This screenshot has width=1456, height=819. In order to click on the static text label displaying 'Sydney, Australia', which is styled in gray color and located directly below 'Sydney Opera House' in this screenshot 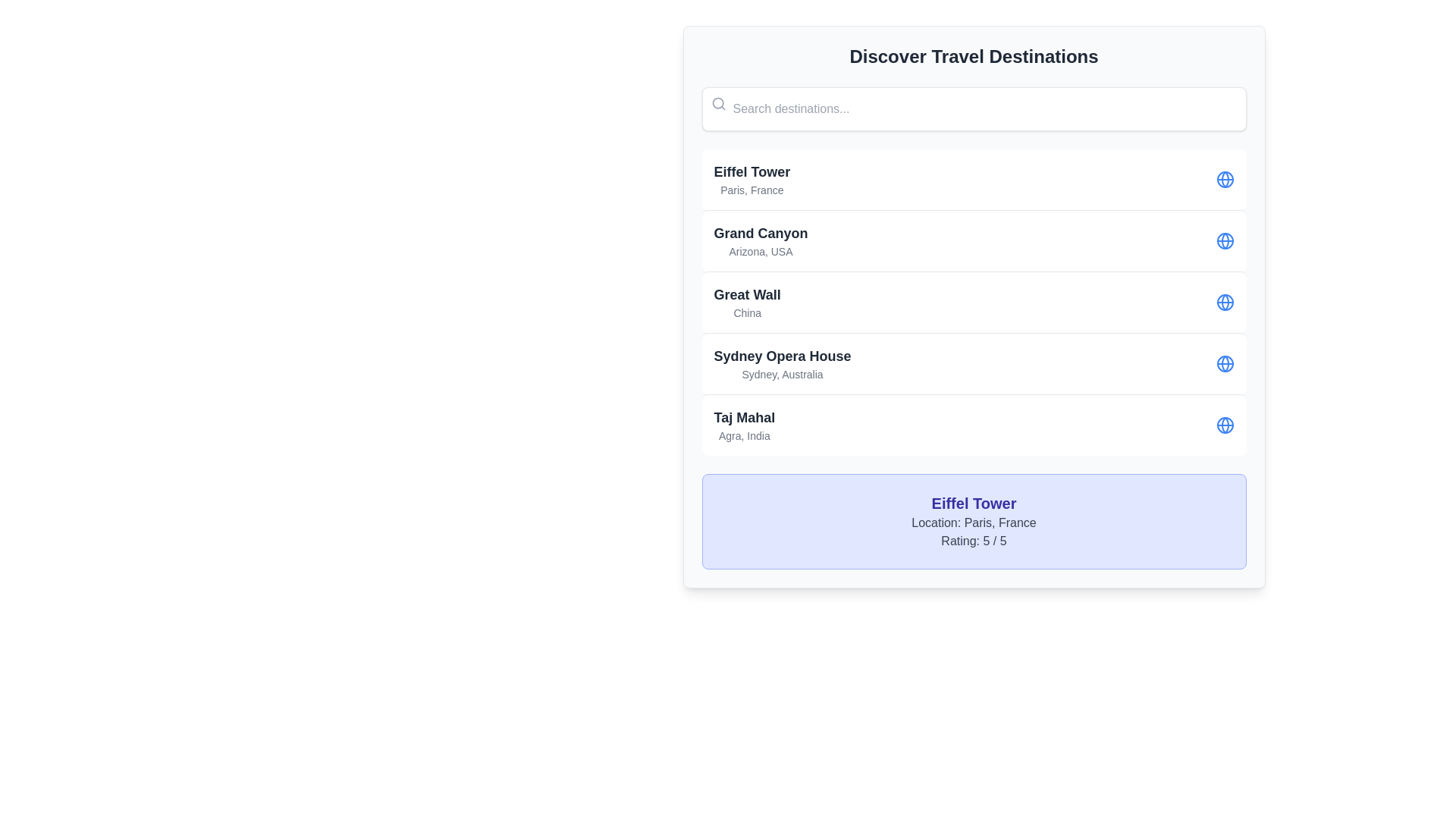, I will do `click(783, 374)`.